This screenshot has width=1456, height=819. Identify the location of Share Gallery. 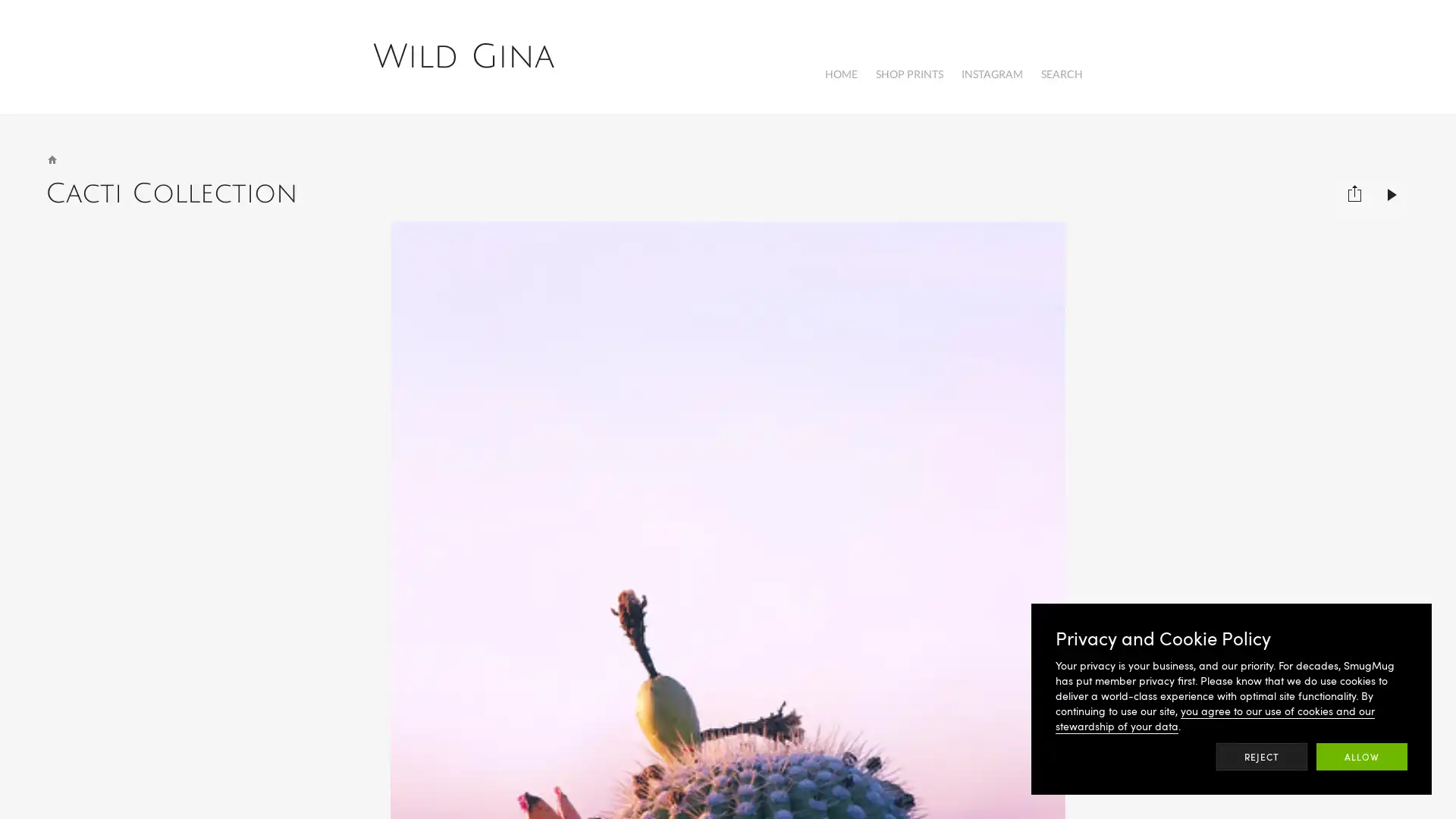
(1354, 185).